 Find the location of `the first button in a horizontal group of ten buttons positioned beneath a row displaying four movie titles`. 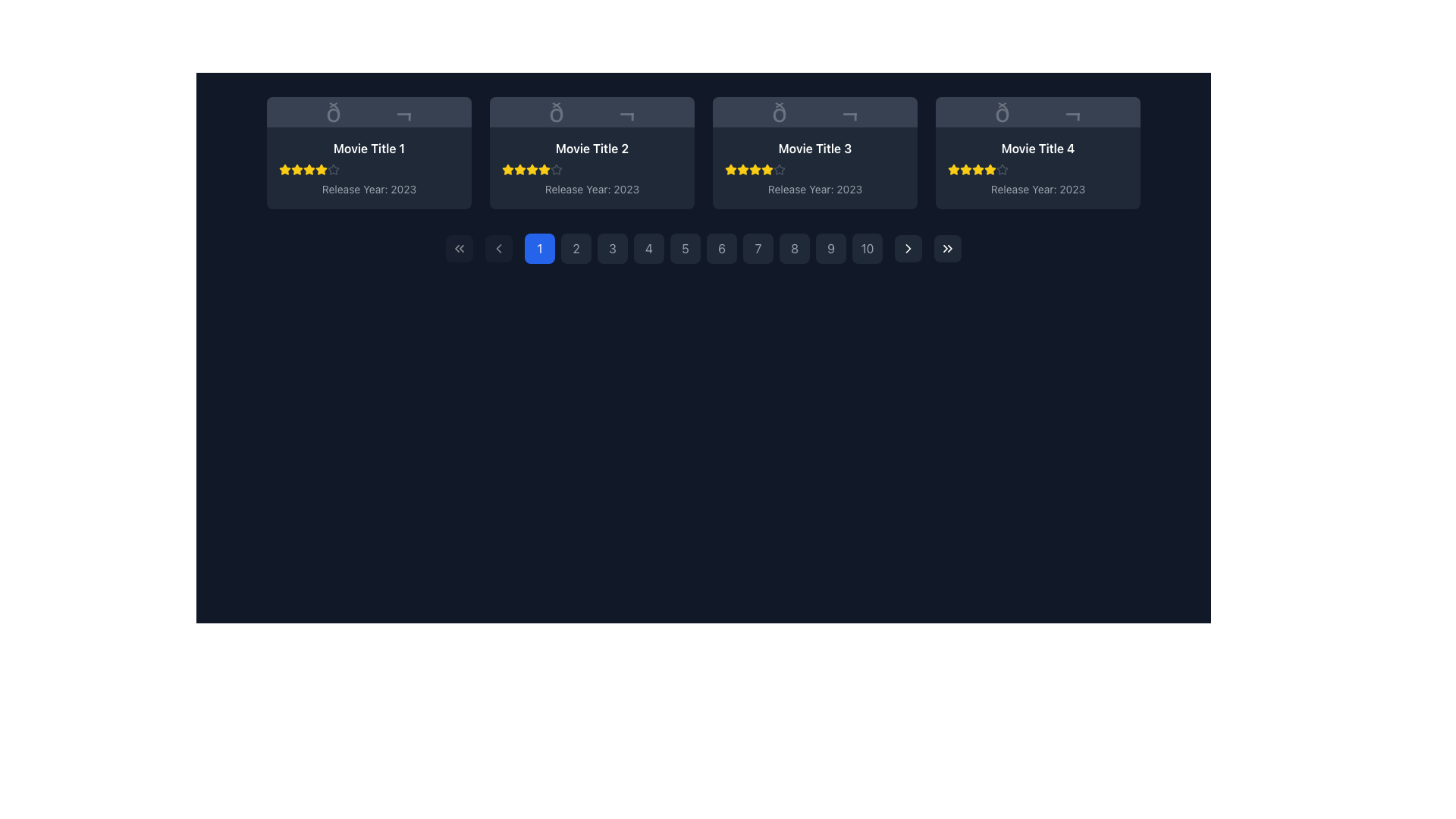

the first button in a horizontal group of ten buttons positioned beneath a row displaying four movie titles is located at coordinates (539, 247).